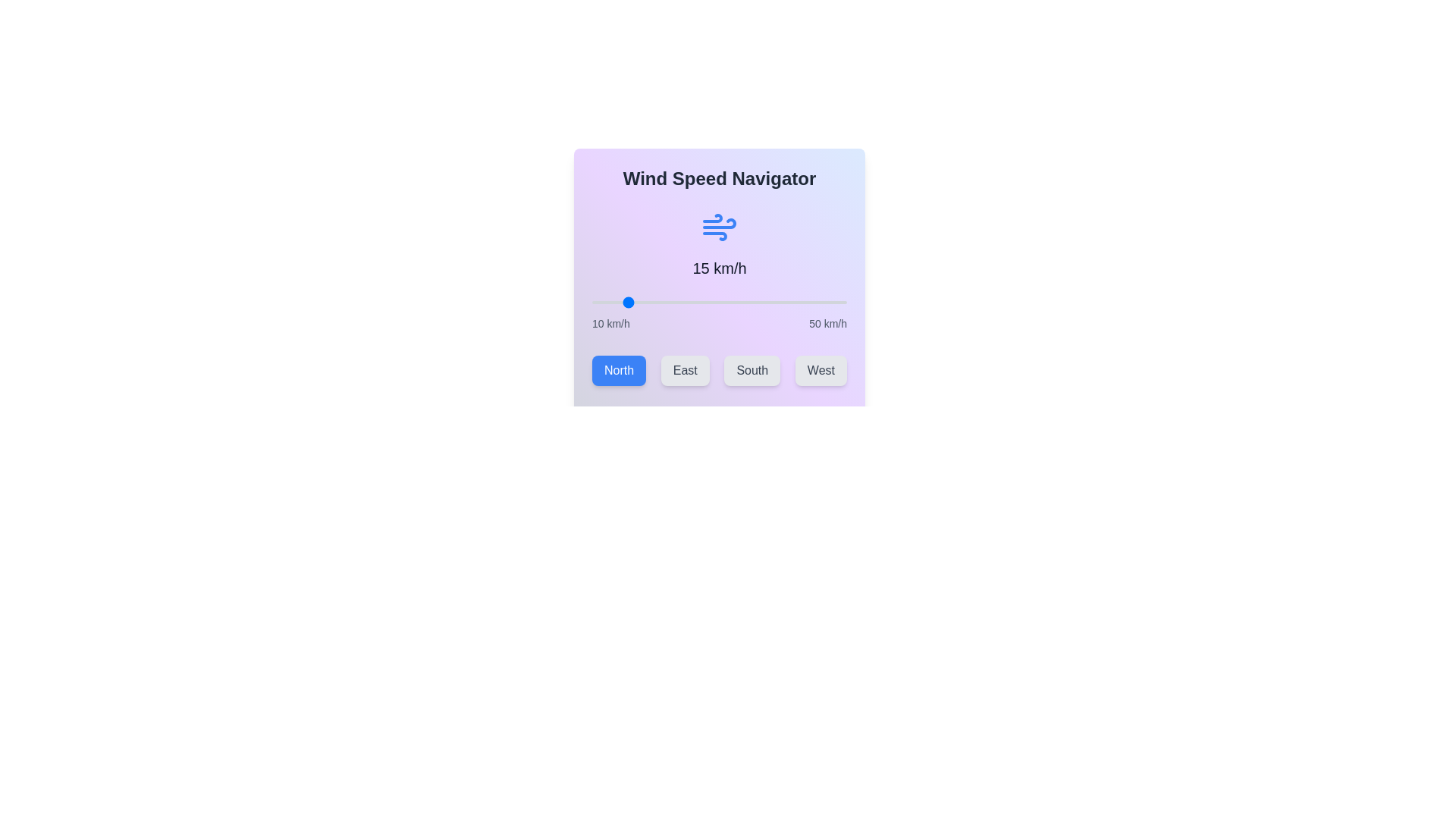 This screenshot has width=1456, height=819. I want to click on the wind speed text element, so click(719, 268).